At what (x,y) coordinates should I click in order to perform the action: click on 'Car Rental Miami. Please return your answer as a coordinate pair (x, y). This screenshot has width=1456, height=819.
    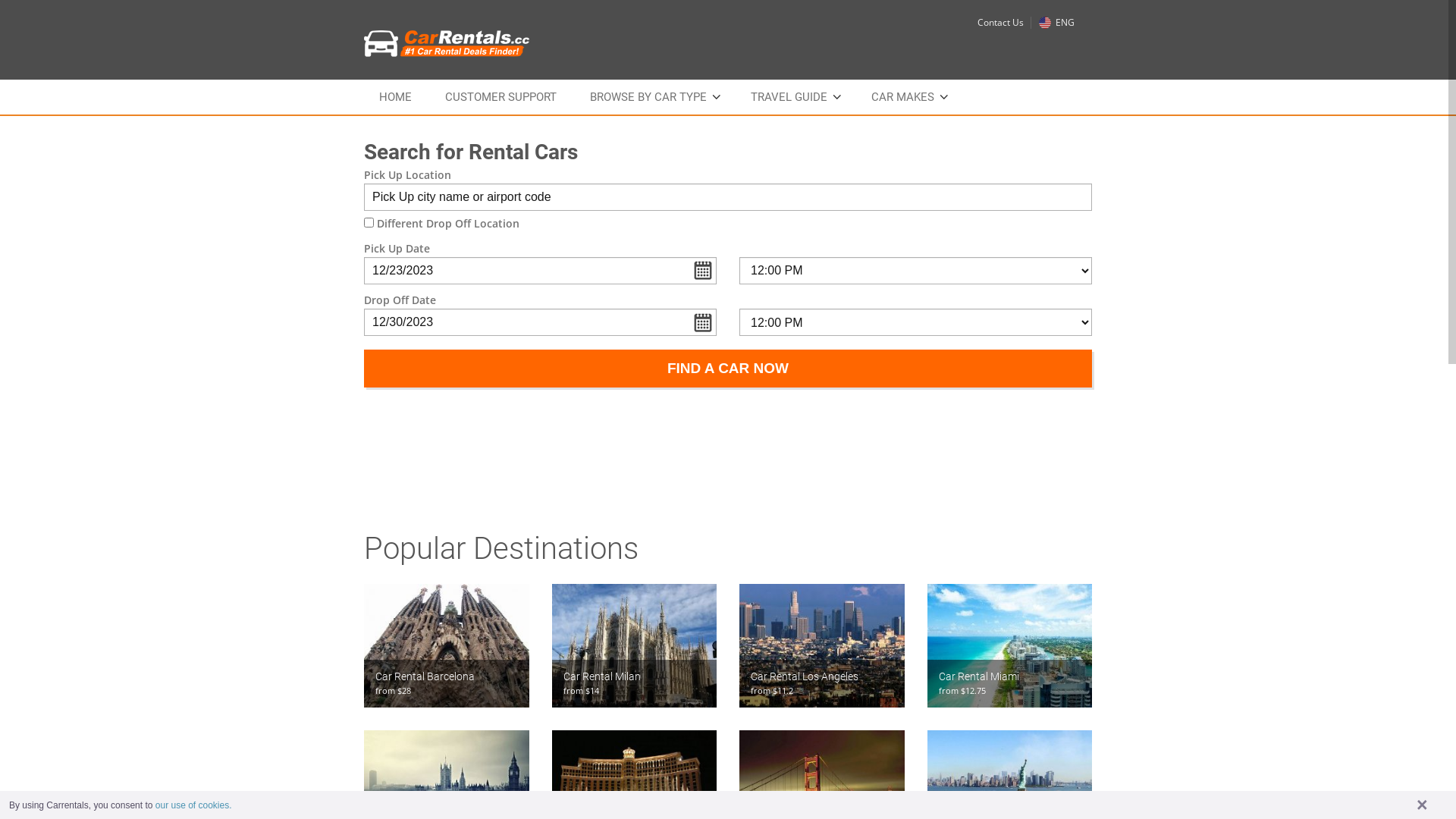
    Looking at the image, I should click on (1009, 646).